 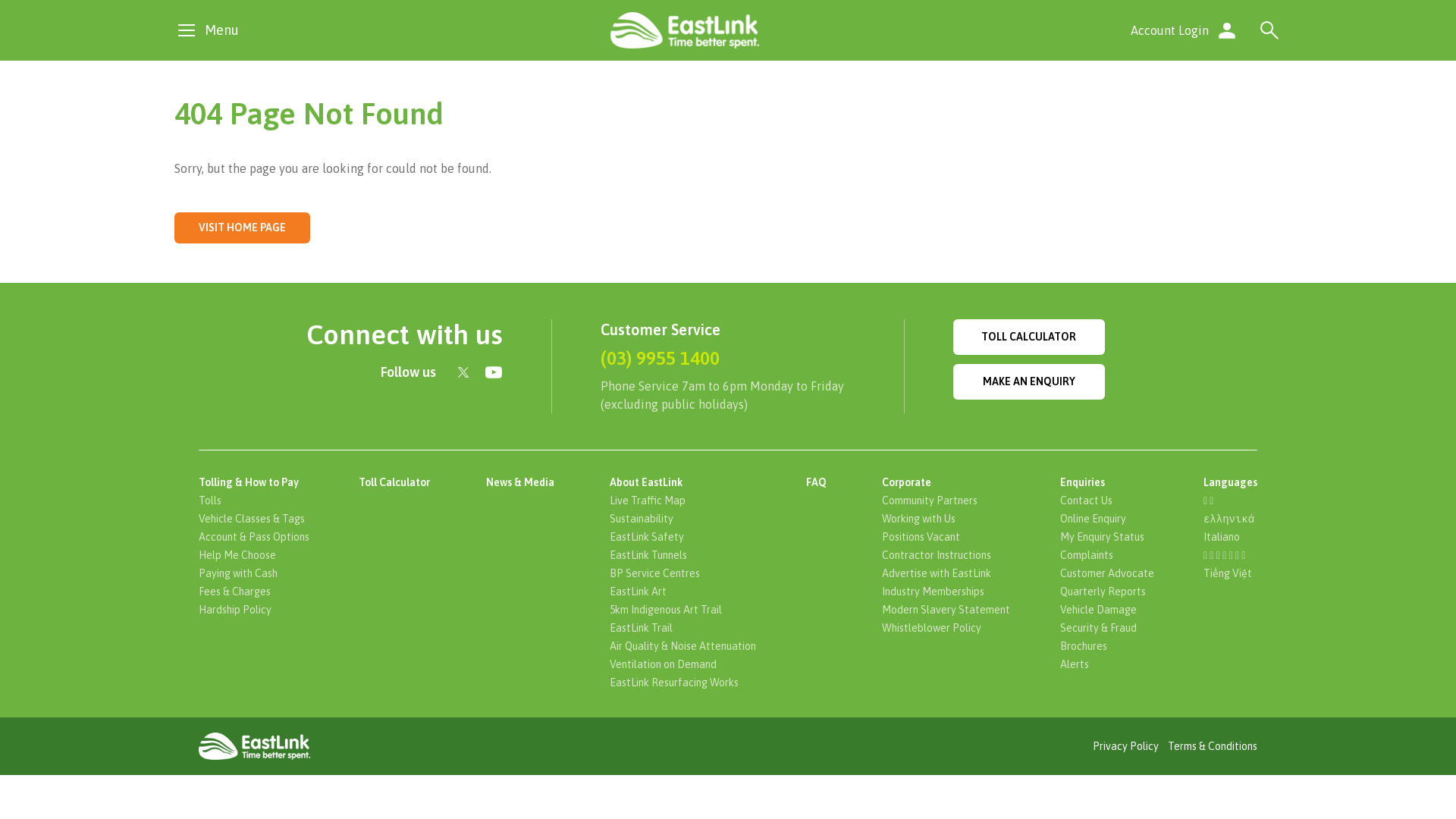 What do you see at coordinates (1167, 745) in the screenshot?
I see `'Terms & Conditions'` at bounding box center [1167, 745].